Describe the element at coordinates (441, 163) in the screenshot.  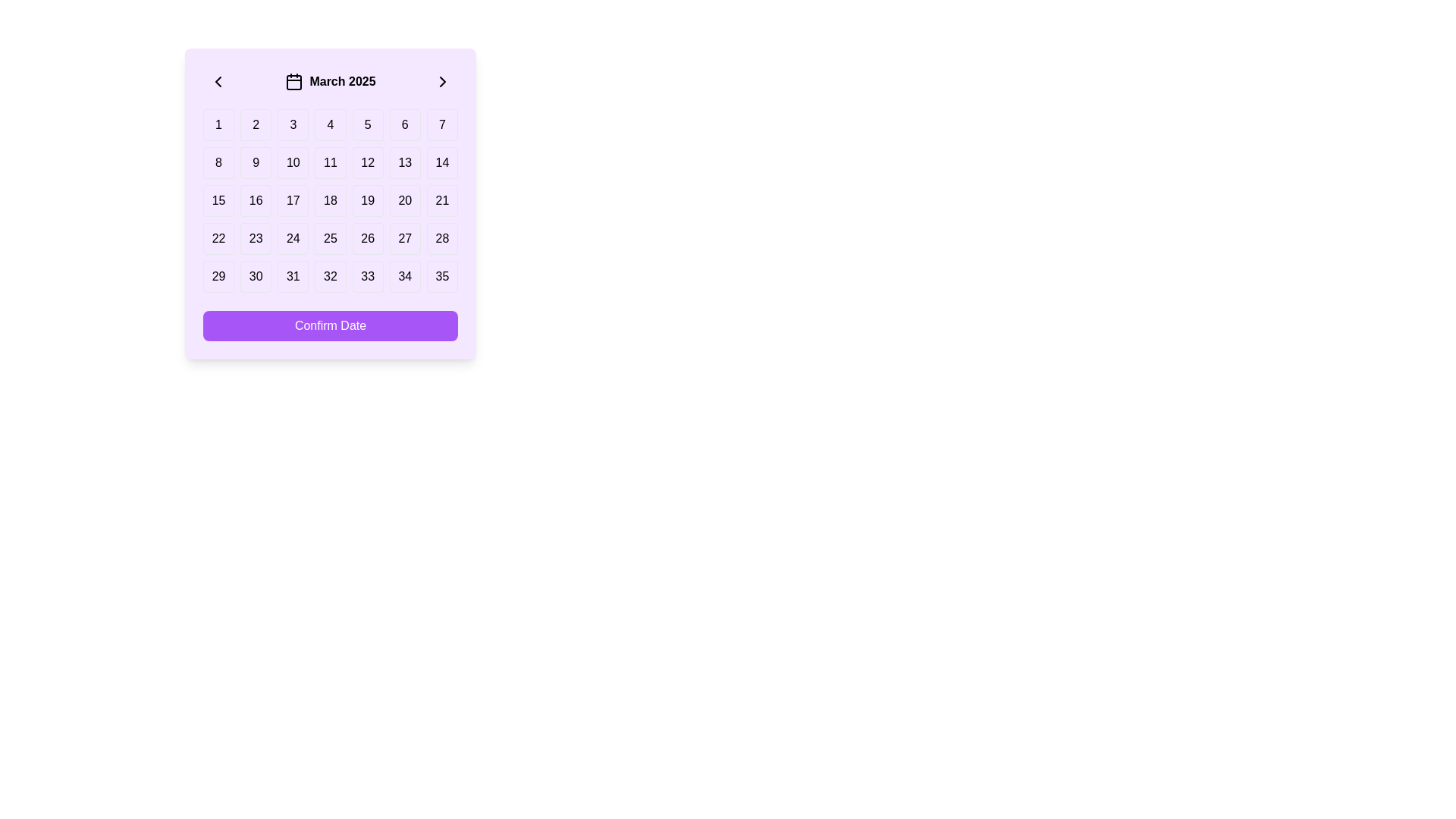
I see `the square button labeled '14' in the second row and seventh column of the calendar grid` at that location.